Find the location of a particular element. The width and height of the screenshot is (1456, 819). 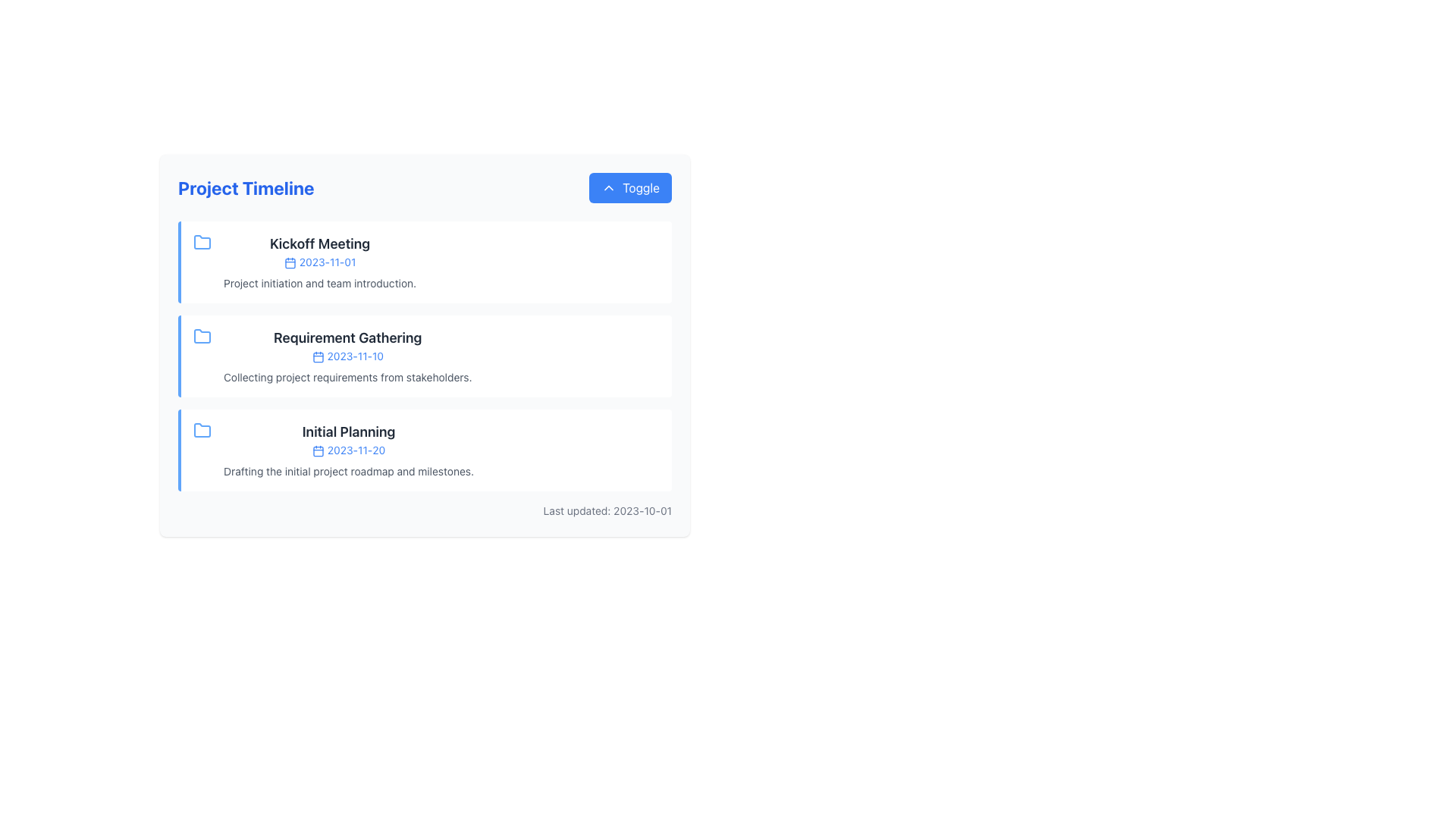

the folder icon, which is characterized by a blue outline and is located next to the 'Initial Planning' entry in the timeline list is located at coordinates (202, 430).